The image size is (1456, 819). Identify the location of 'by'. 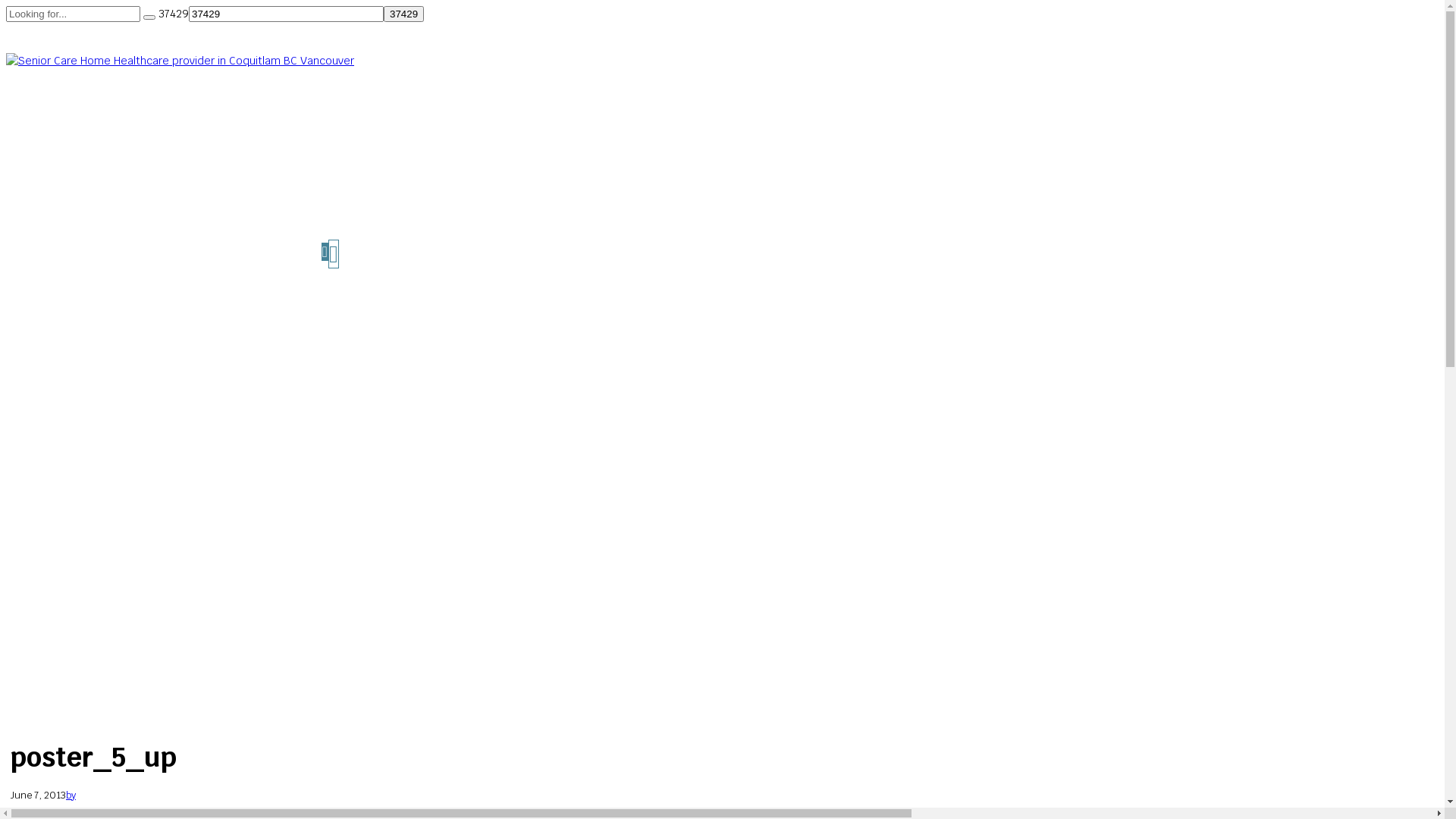
(70, 794).